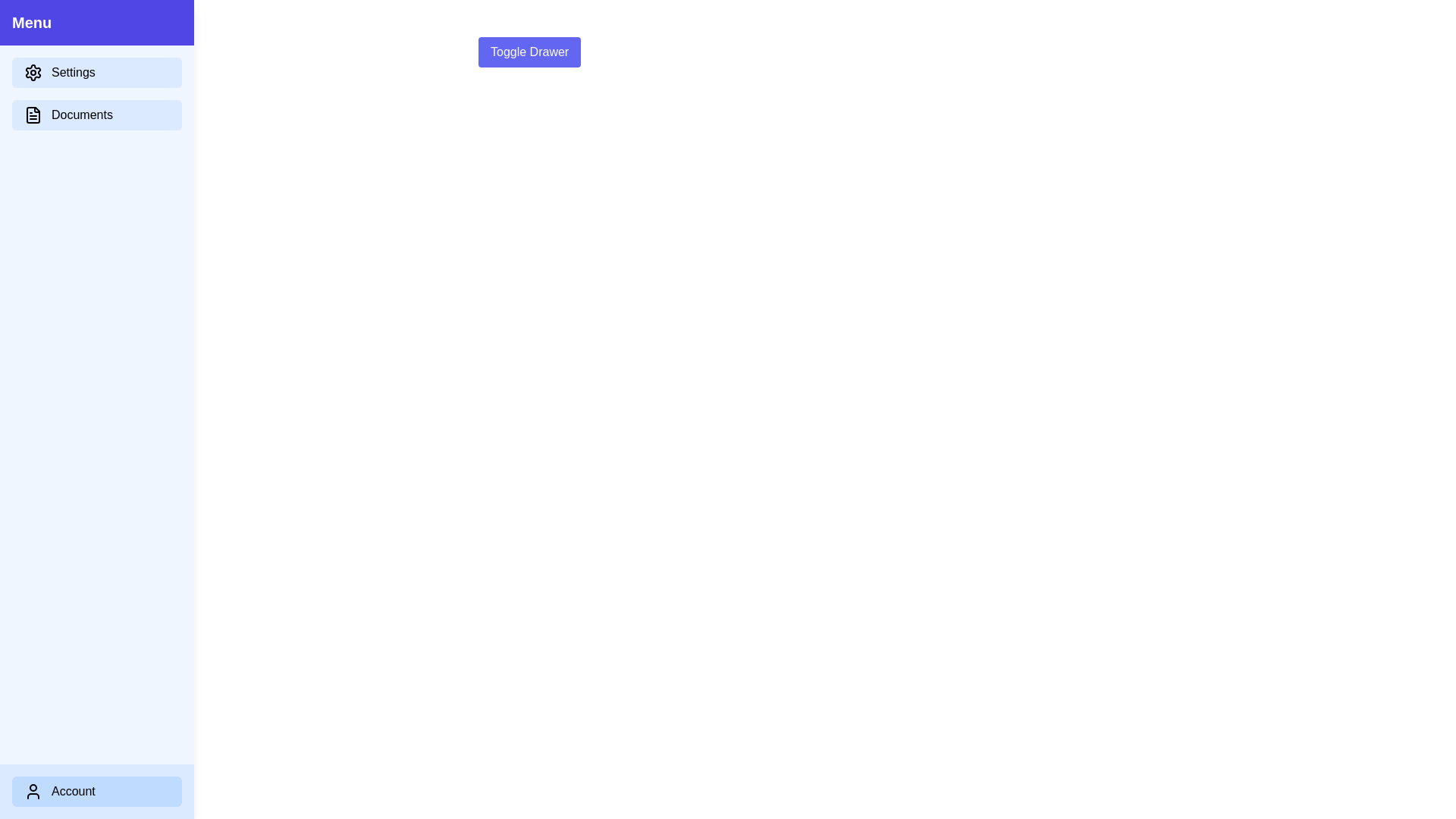  Describe the element at coordinates (96, 73) in the screenshot. I see `the 'Settings' button to interact with it` at that location.